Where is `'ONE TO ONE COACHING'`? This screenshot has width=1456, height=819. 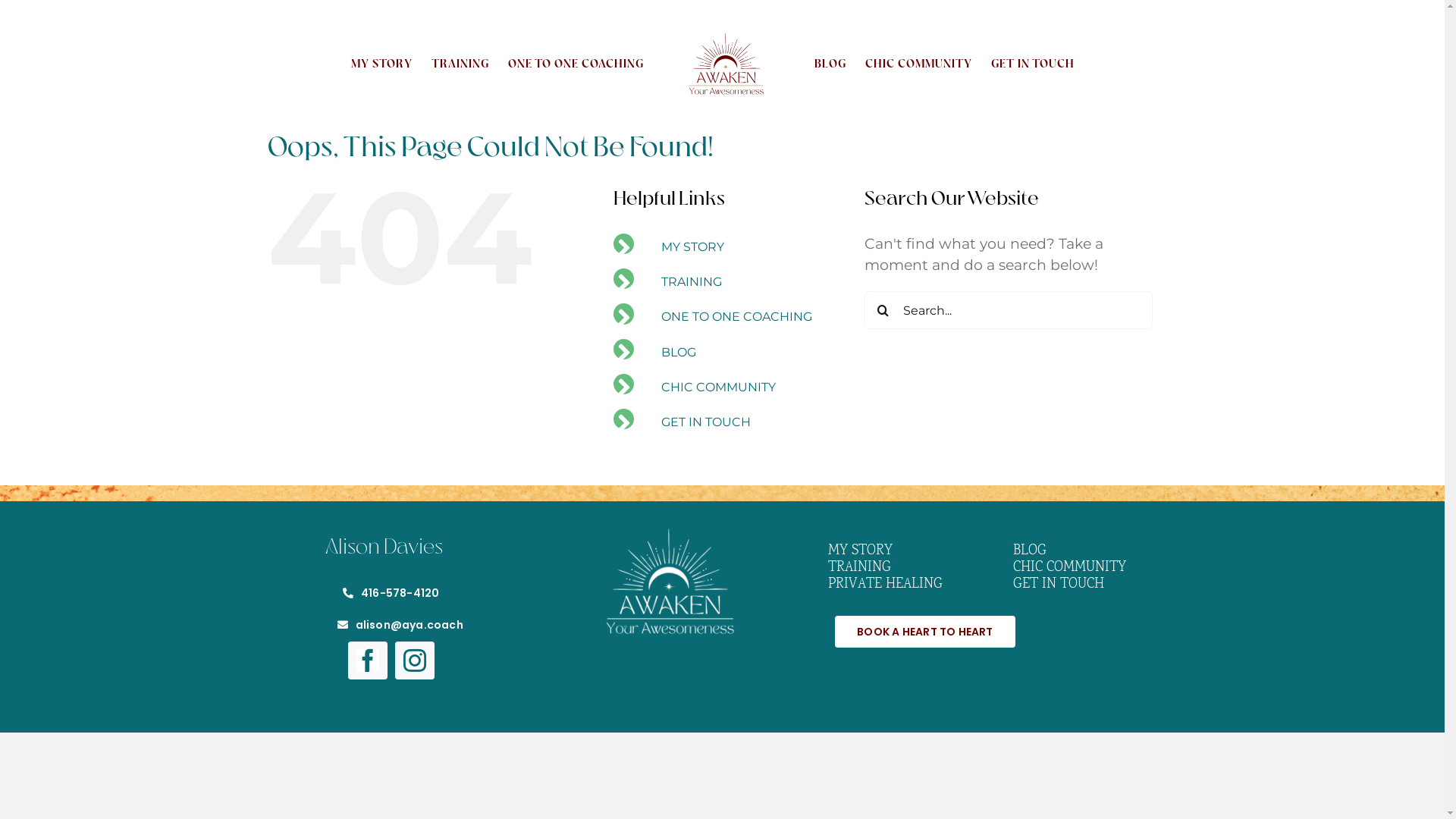
'ONE TO ONE COACHING' is located at coordinates (575, 61).